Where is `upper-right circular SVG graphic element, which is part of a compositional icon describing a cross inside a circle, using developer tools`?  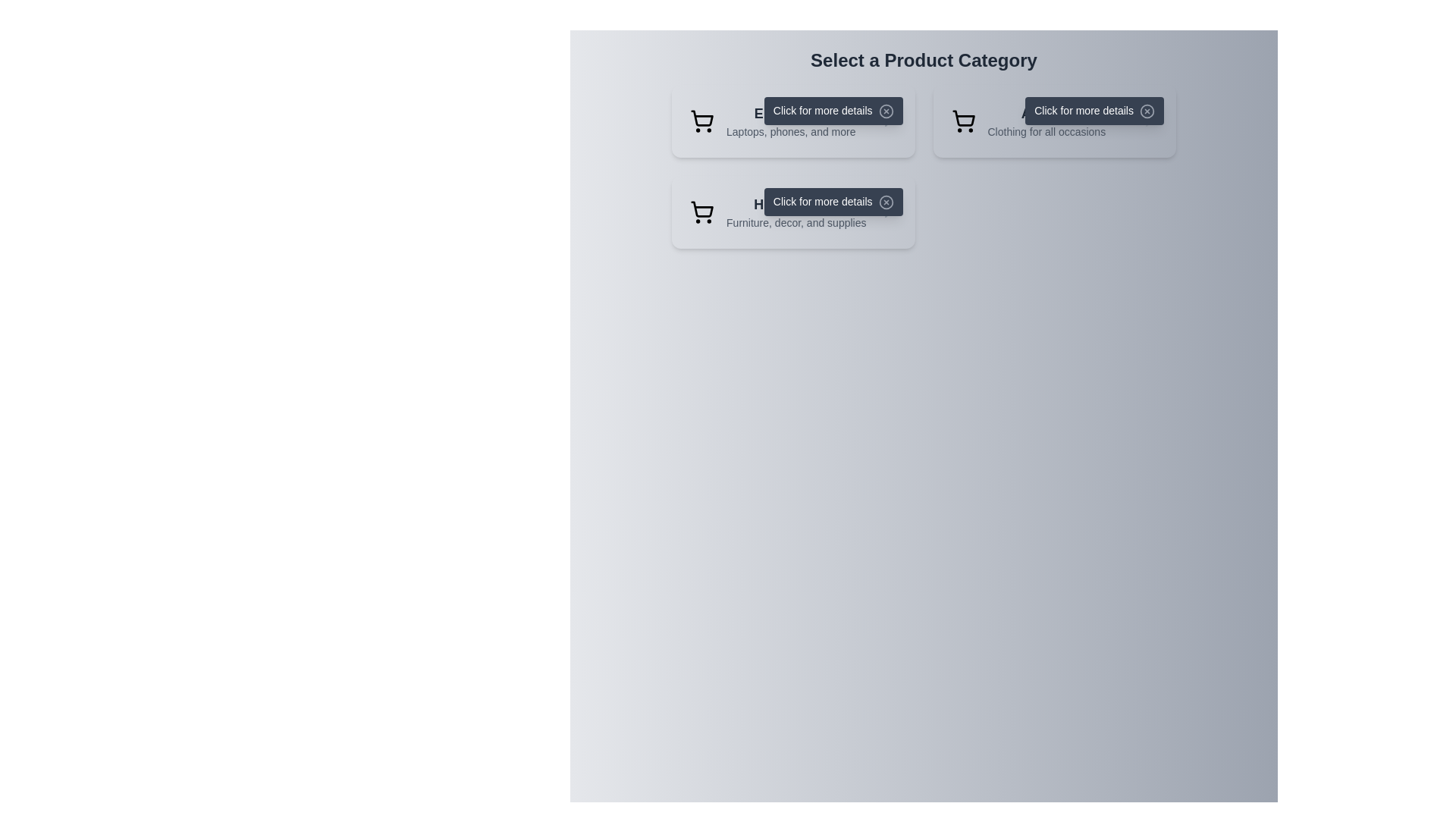 upper-right circular SVG graphic element, which is part of a compositional icon describing a cross inside a circle, using developer tools is located at coordinates (1147, 111).